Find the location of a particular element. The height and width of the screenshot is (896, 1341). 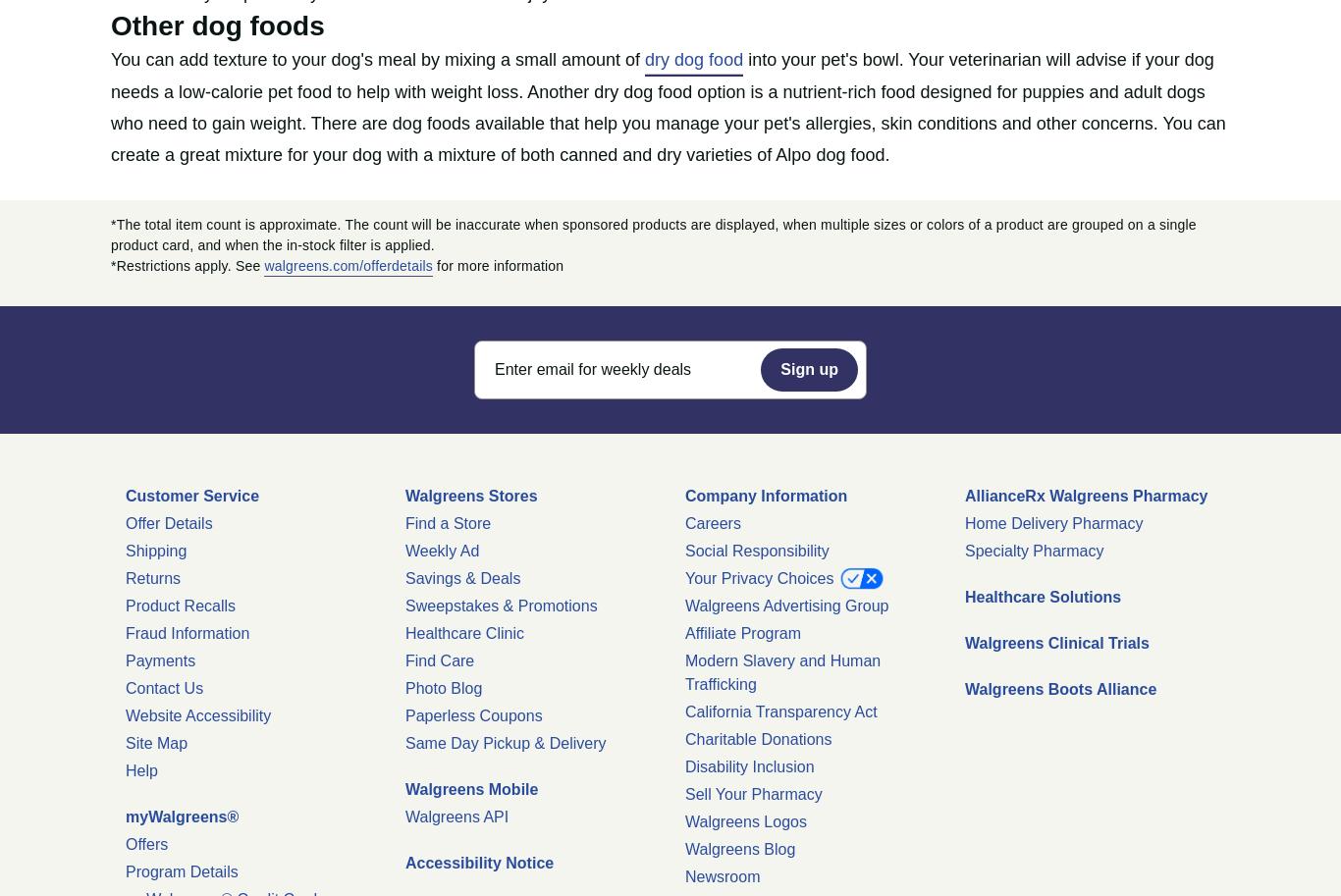

'Healthcare Clinic' is located at coordinates (464, 631).